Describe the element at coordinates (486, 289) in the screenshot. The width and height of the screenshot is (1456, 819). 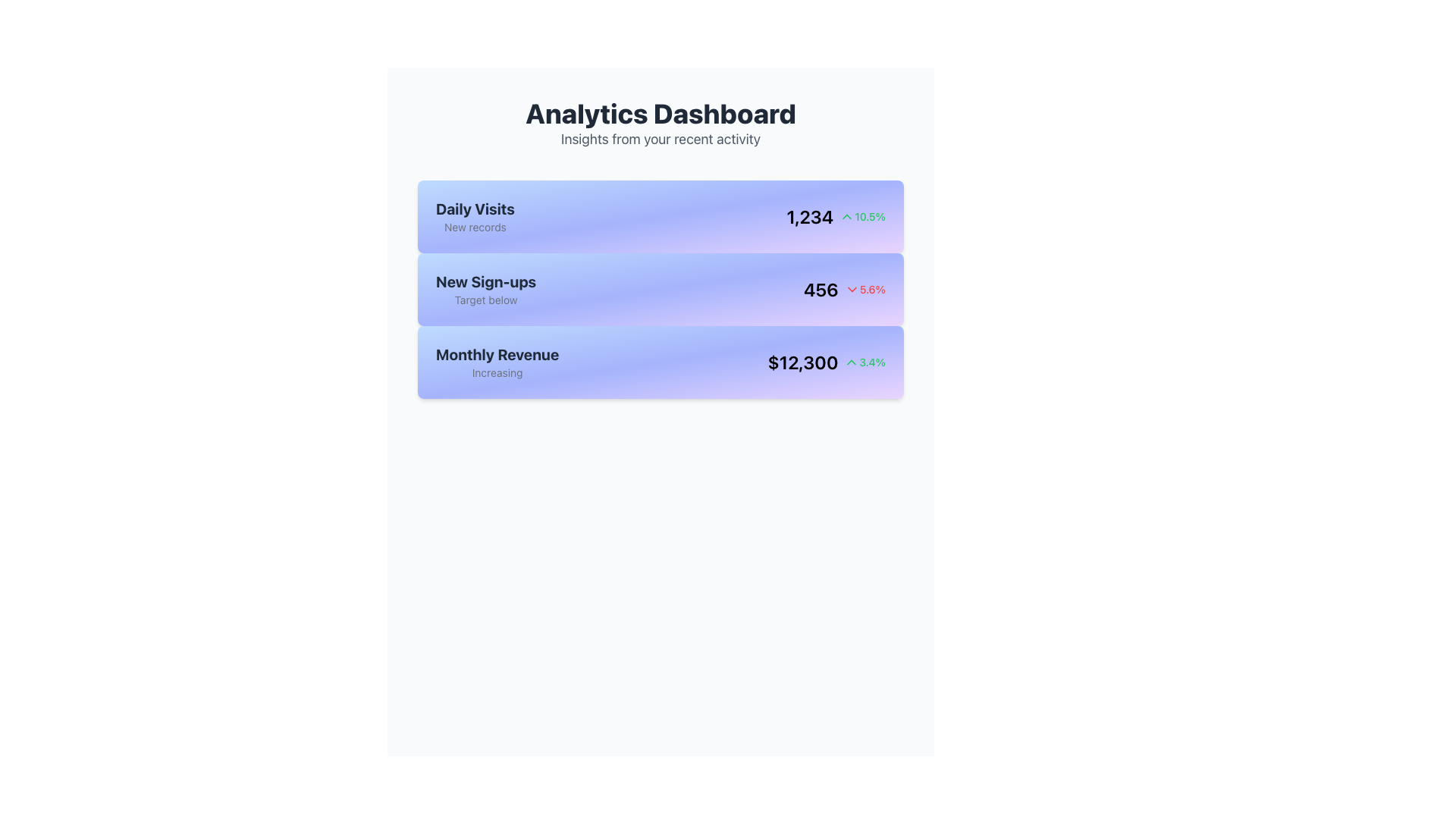
I see `the Label group displaying 'New Sign-ups' in the Analytics Dashboard, located in the second row of the card layout, above the 'Monthly Revenue' card` at that location.